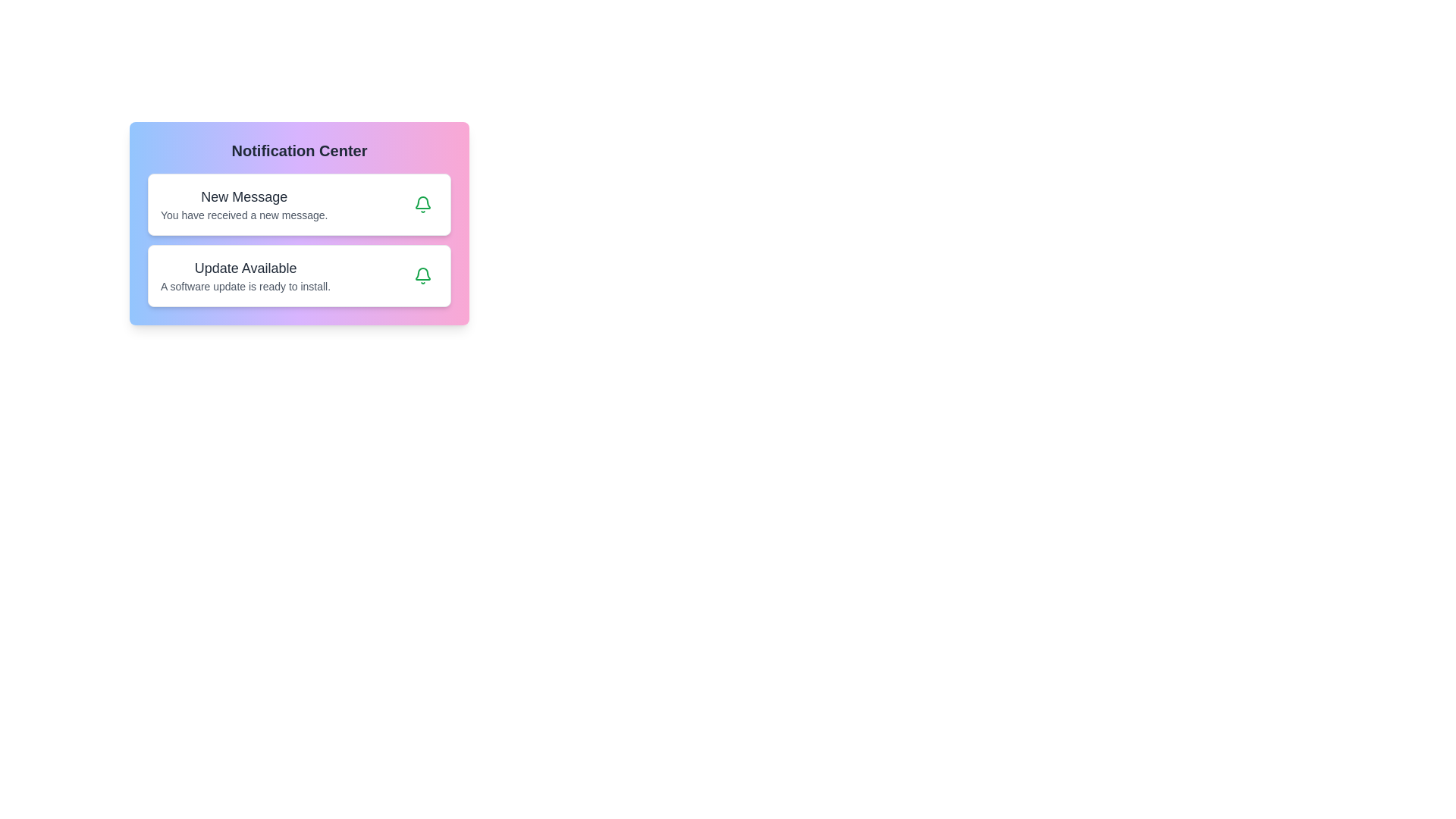 The width and height of the screenshot is (1456, 819). What do you see at coordinates (244, 215) in the screenshot?
I see `descriptive text label that states 'You have received a new message.' which is styled in a smaller, gray-colored font, located directly below the heading 'New Message' in the Notification Center` at bounding box center [244, 215].